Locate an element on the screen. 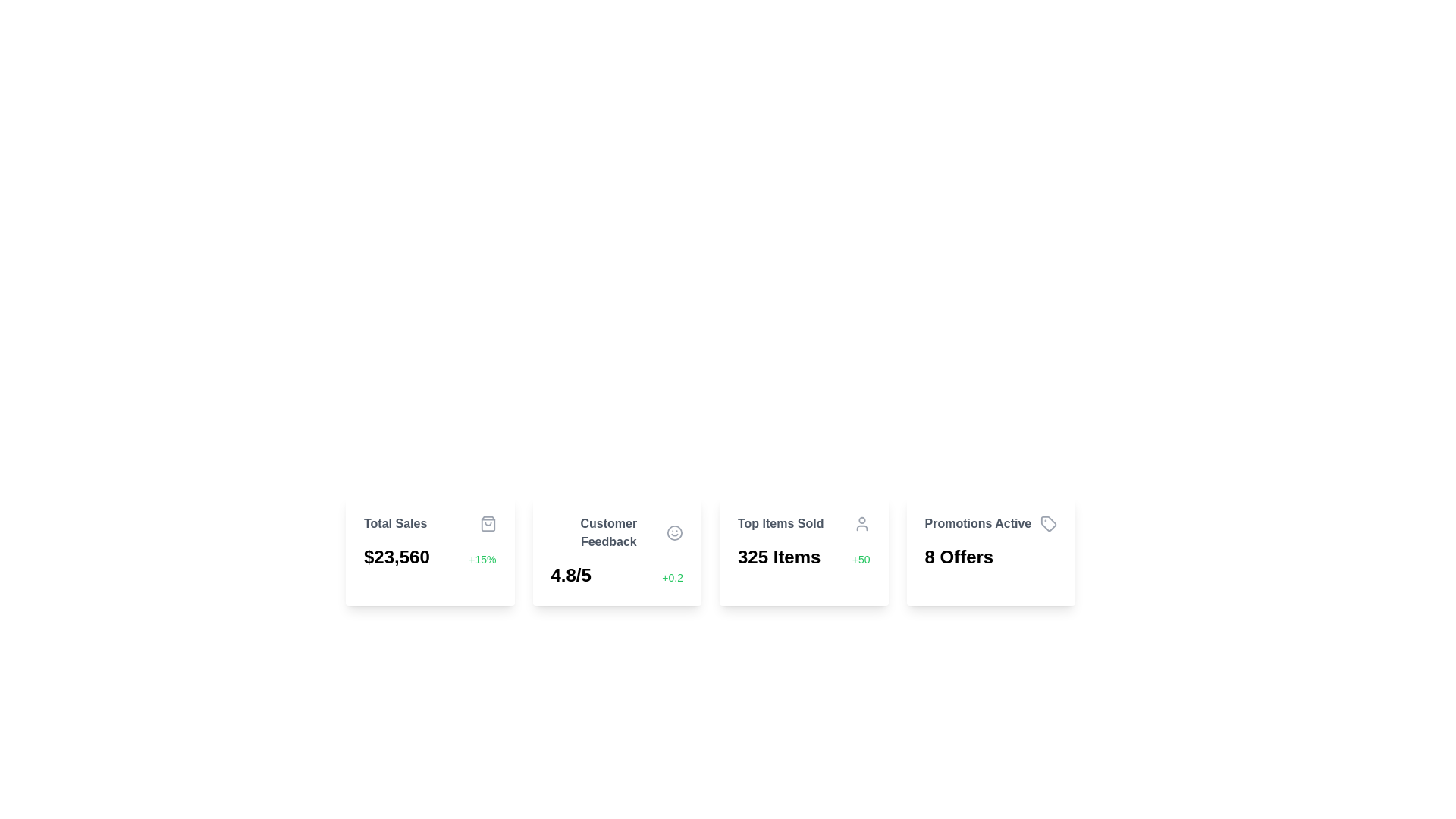  the Text Label displaying '+15%' in green color, which is located to the right of the larger value label '$23,560' within the 'Total Sales' card is located at coordinates (482, 559).